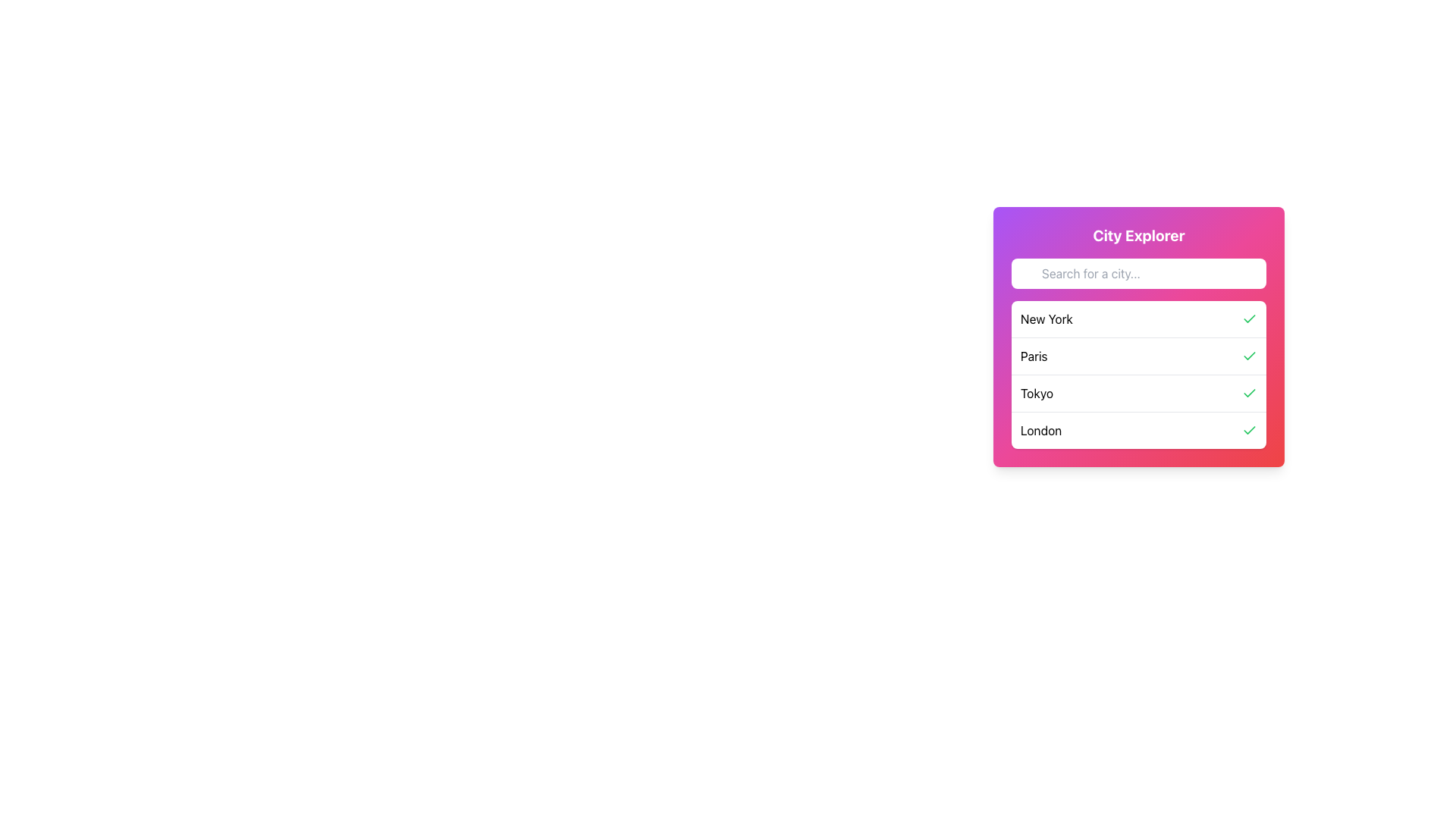 This screenshot has height=819, width=1456. I want to click on the text label displaying the name of a selectable city option in the 'City Explorer' interface, located at the top of the list below the search bar, so click(1046, 318).